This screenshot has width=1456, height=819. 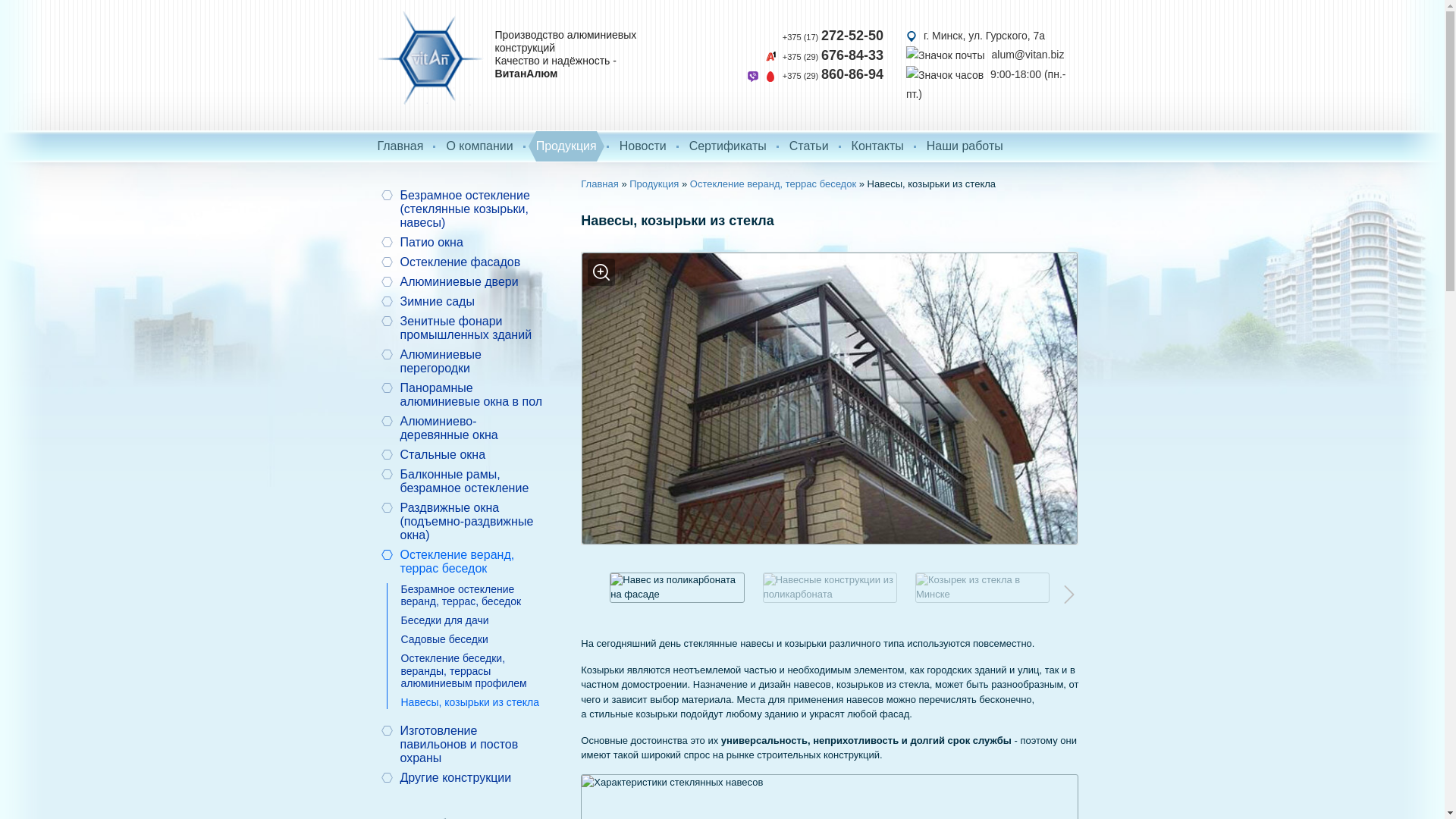 I want to click on 'alum@vitan.biz', so click(x=985, y=55).